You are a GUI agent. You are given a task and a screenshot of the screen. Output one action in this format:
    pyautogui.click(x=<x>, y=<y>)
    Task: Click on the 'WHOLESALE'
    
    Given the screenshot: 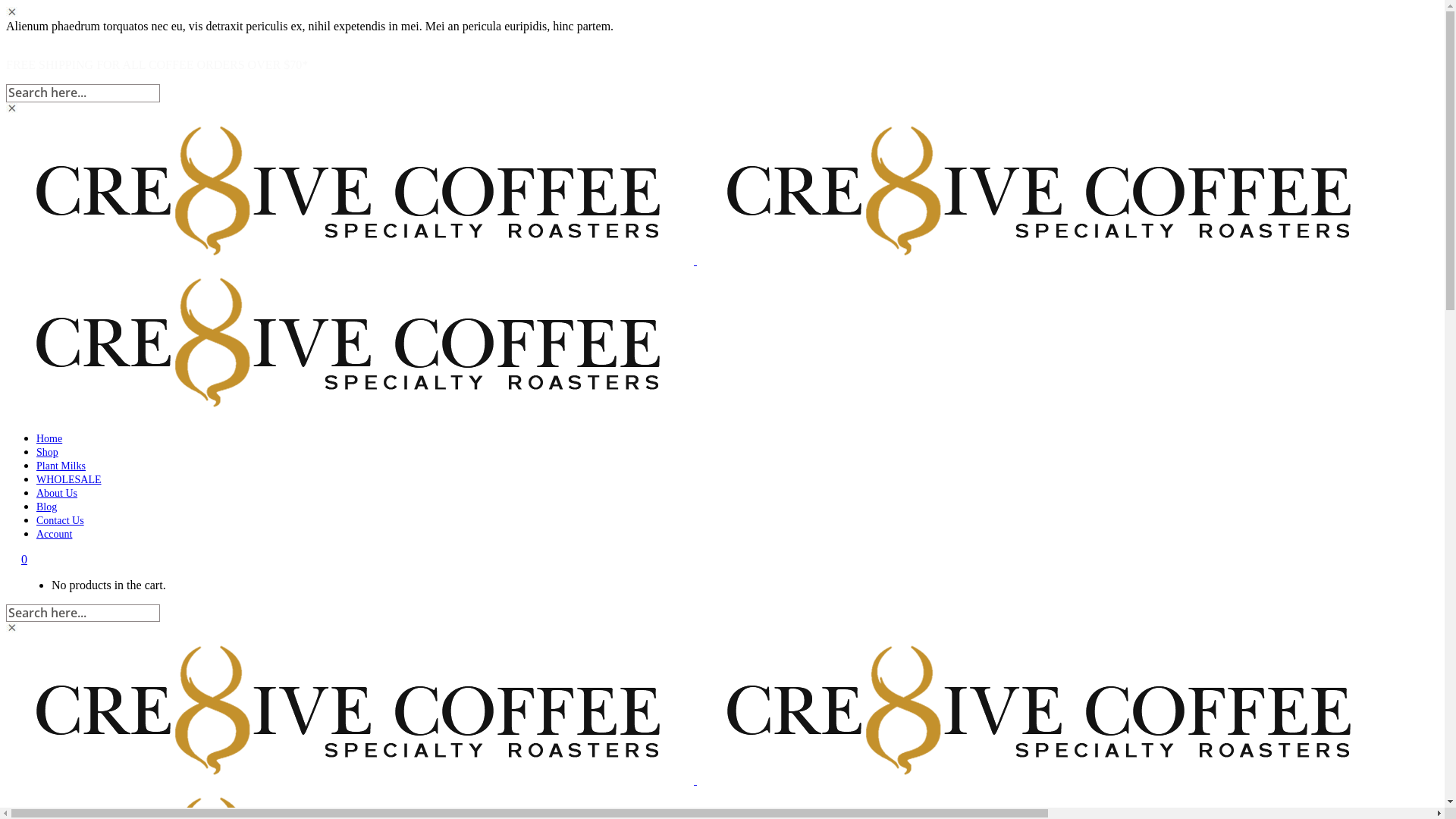 What is the action you would take?
    pyautogui.click(x=68, y=479)
    